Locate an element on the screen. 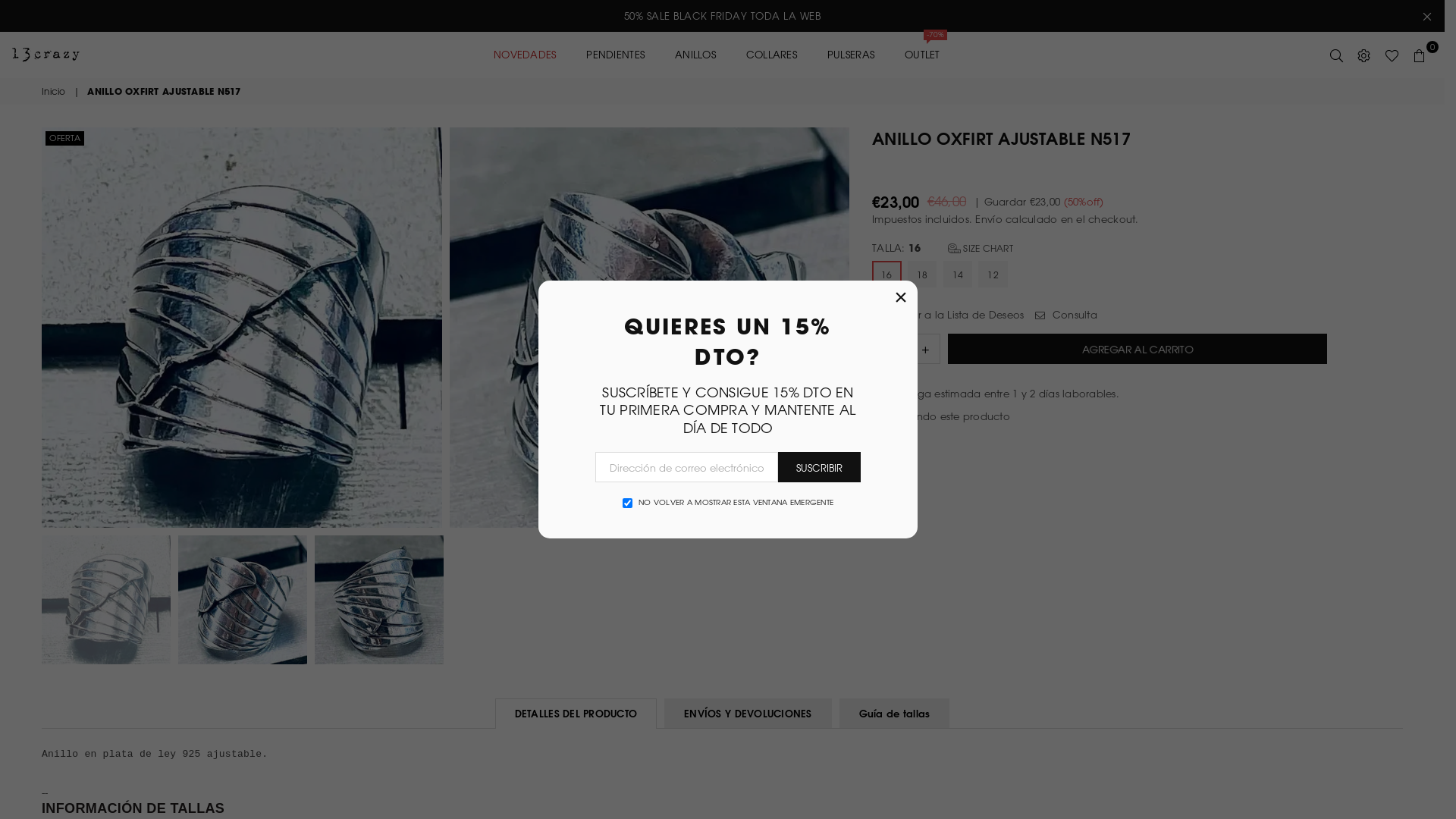  'NOVEDADES' is located at coordinates (524, 54).